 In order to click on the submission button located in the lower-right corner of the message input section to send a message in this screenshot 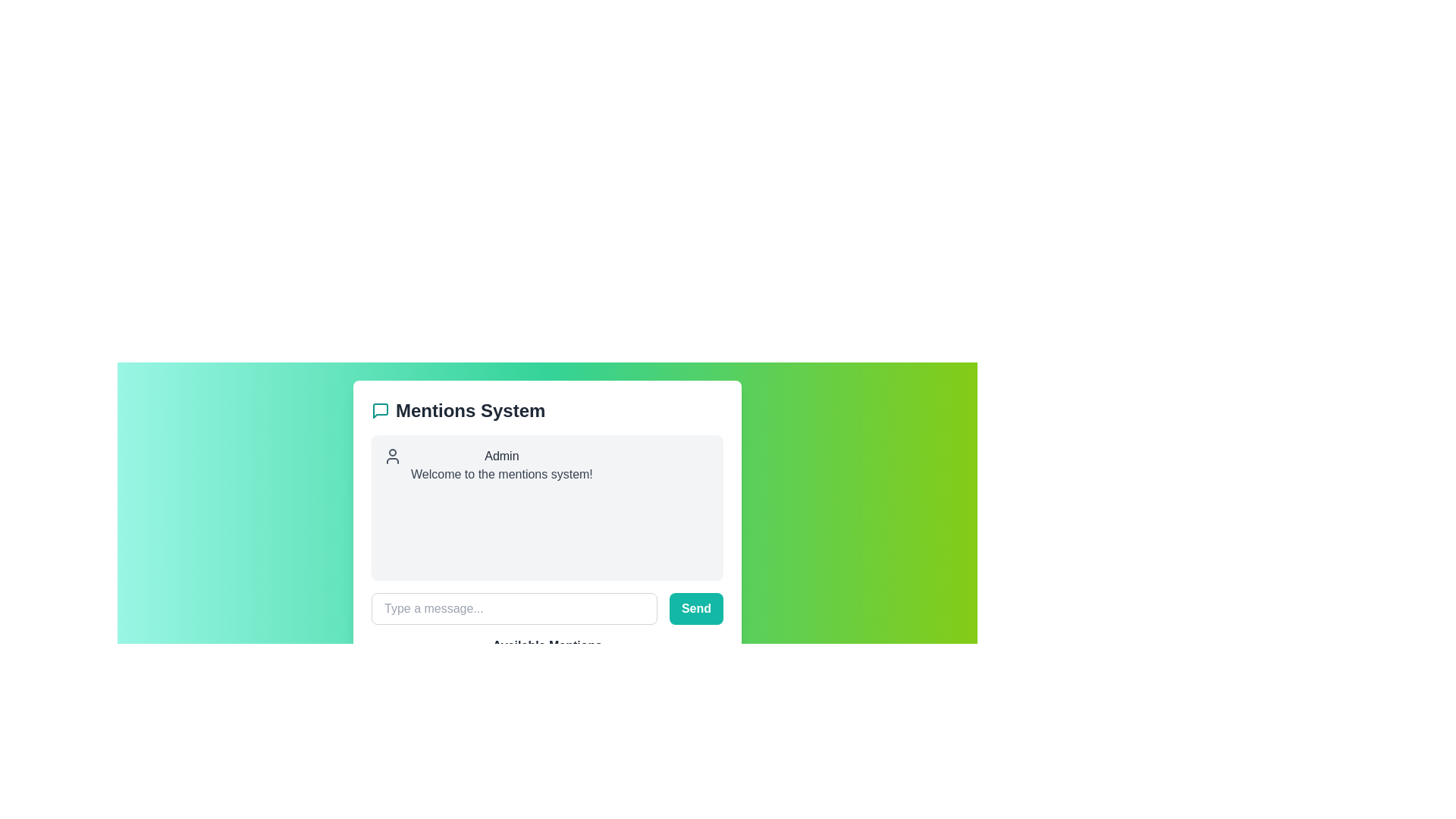, I will do `click(695, 607)`.